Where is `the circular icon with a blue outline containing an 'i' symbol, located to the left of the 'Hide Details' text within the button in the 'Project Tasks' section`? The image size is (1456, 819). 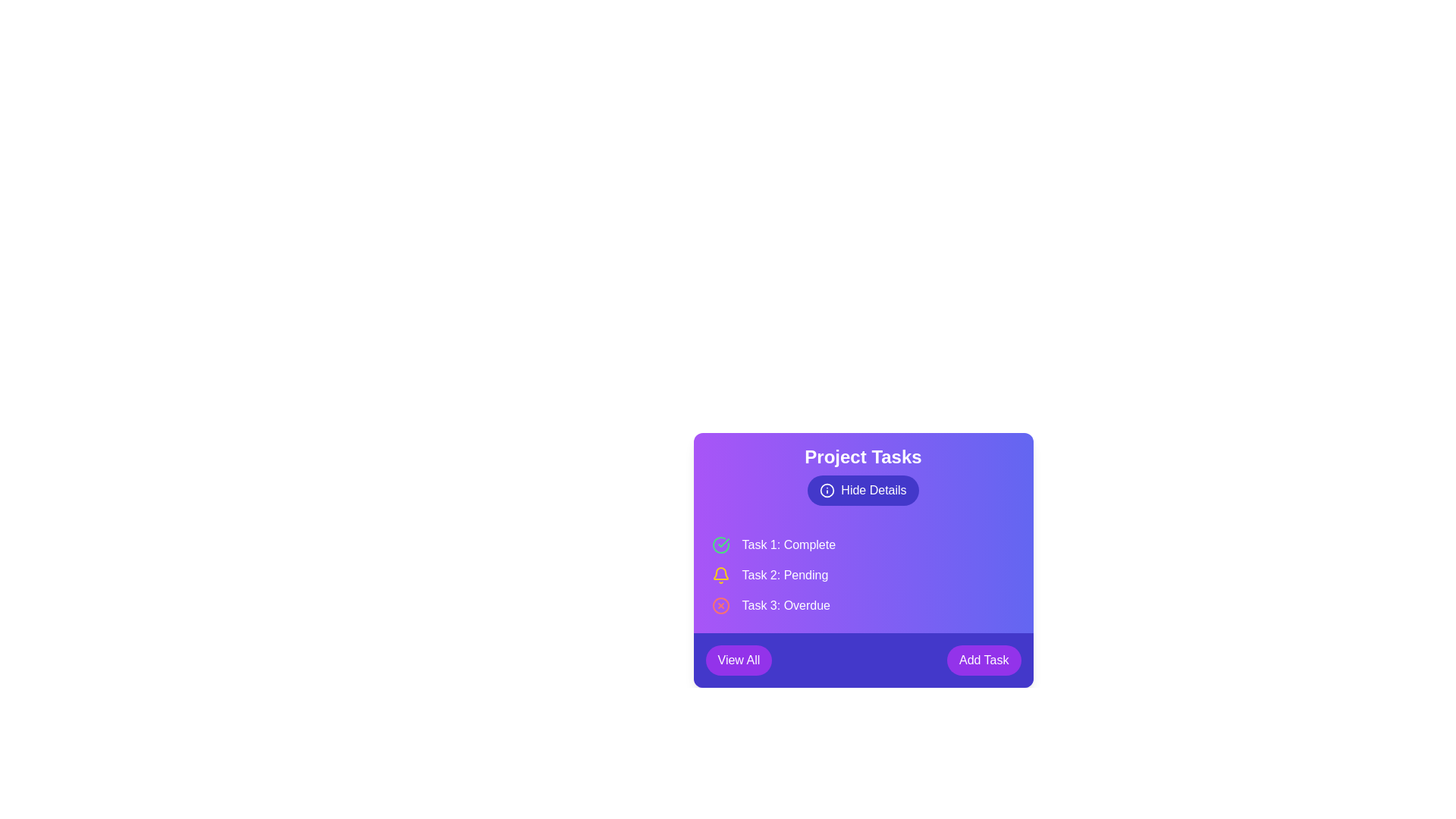 the circular icon with a blue outline containing an 'i' symbol, located to the left of the 'Hide Details' text within the button in the 'Project Tasks' section is located at coordinates (827, 491).